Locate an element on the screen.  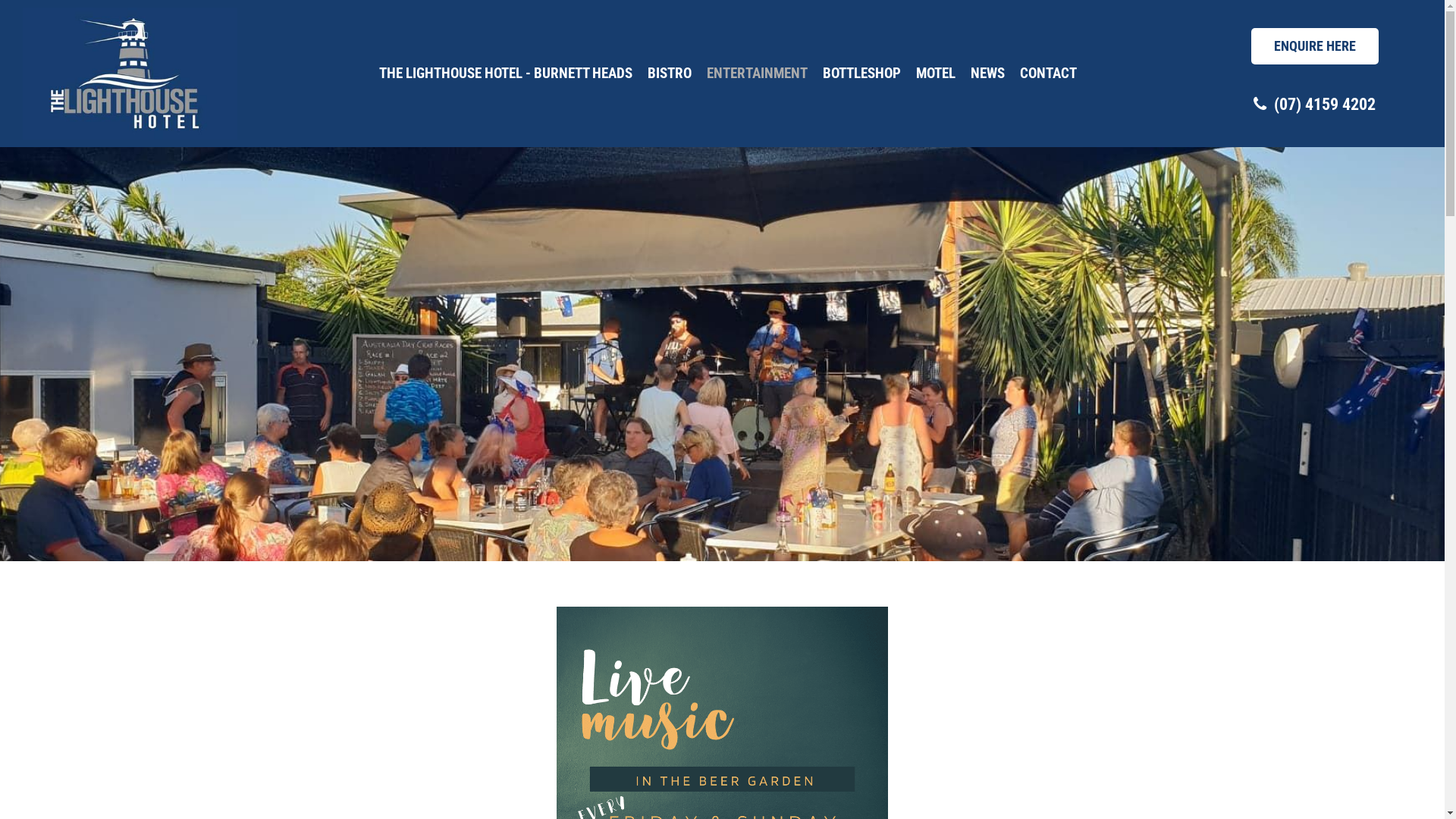
'ENQUIRE HERE' is located at coordinates (1251, 45).